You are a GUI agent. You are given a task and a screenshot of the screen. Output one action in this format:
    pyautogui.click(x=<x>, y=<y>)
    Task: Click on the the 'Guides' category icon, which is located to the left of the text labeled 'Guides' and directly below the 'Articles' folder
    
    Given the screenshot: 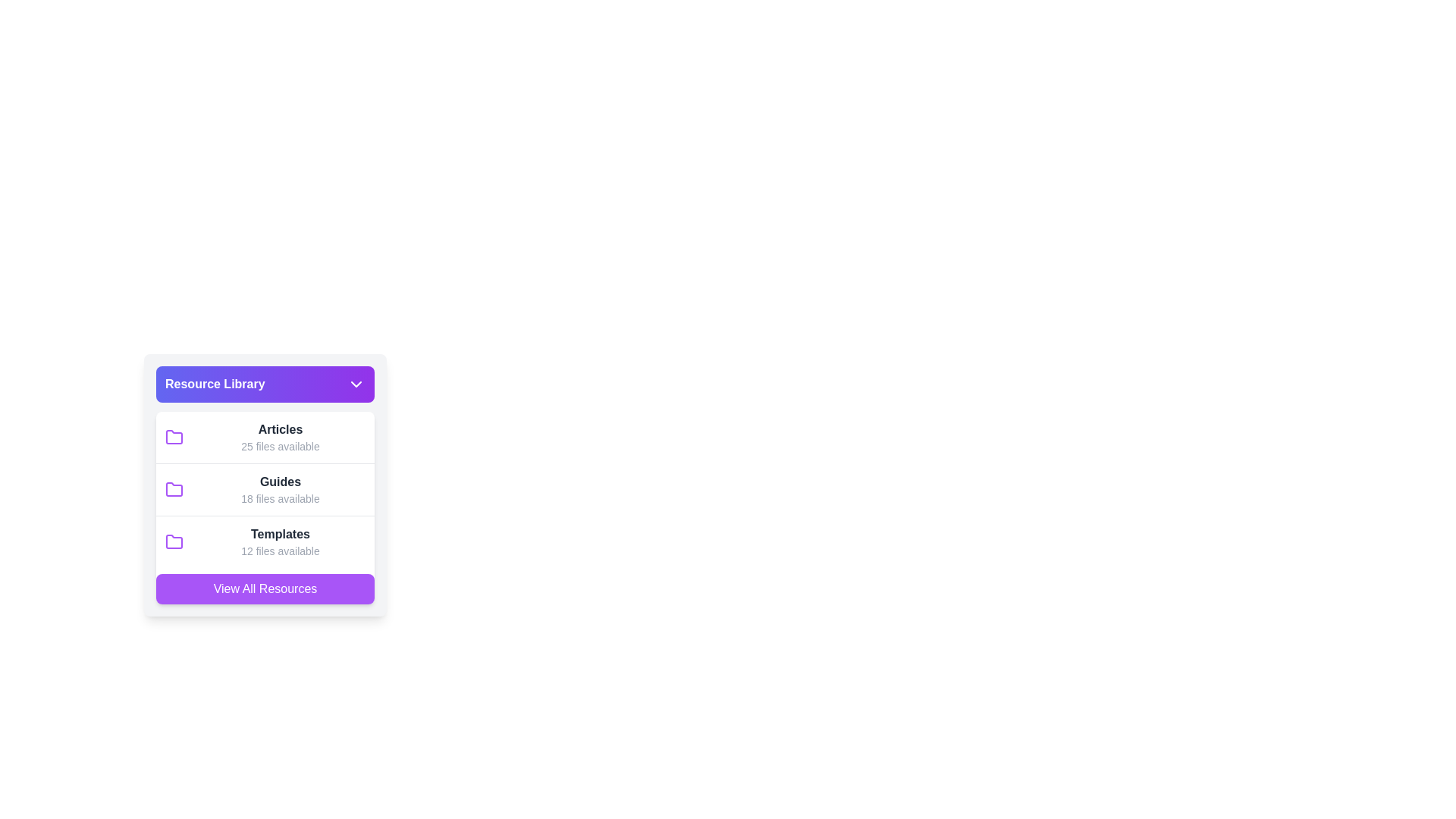 What is the action you would take?
    pyautogui.click(x=174, y=489)
    